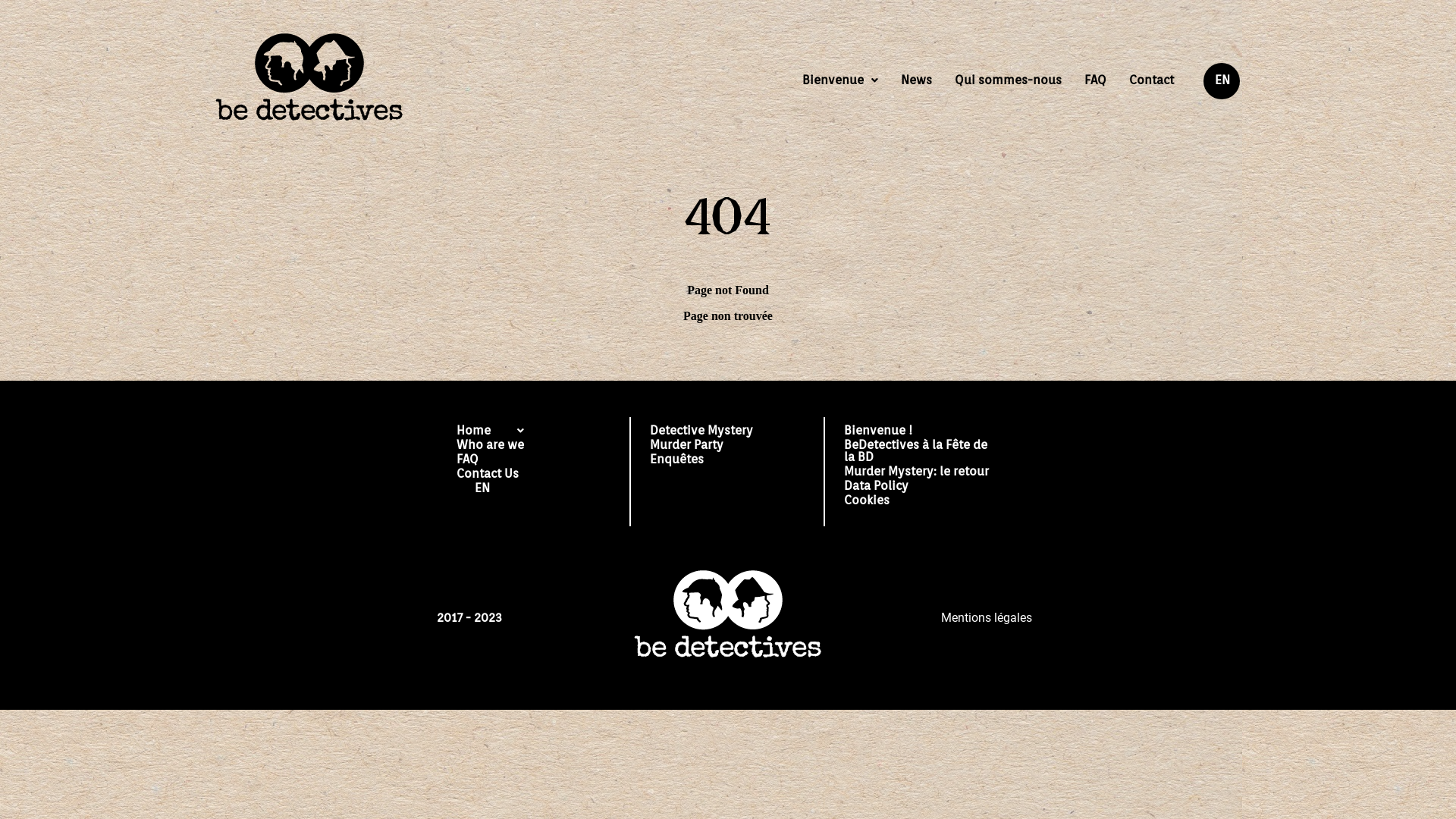  I want to click on 'FAQ', so click(1095, 80).